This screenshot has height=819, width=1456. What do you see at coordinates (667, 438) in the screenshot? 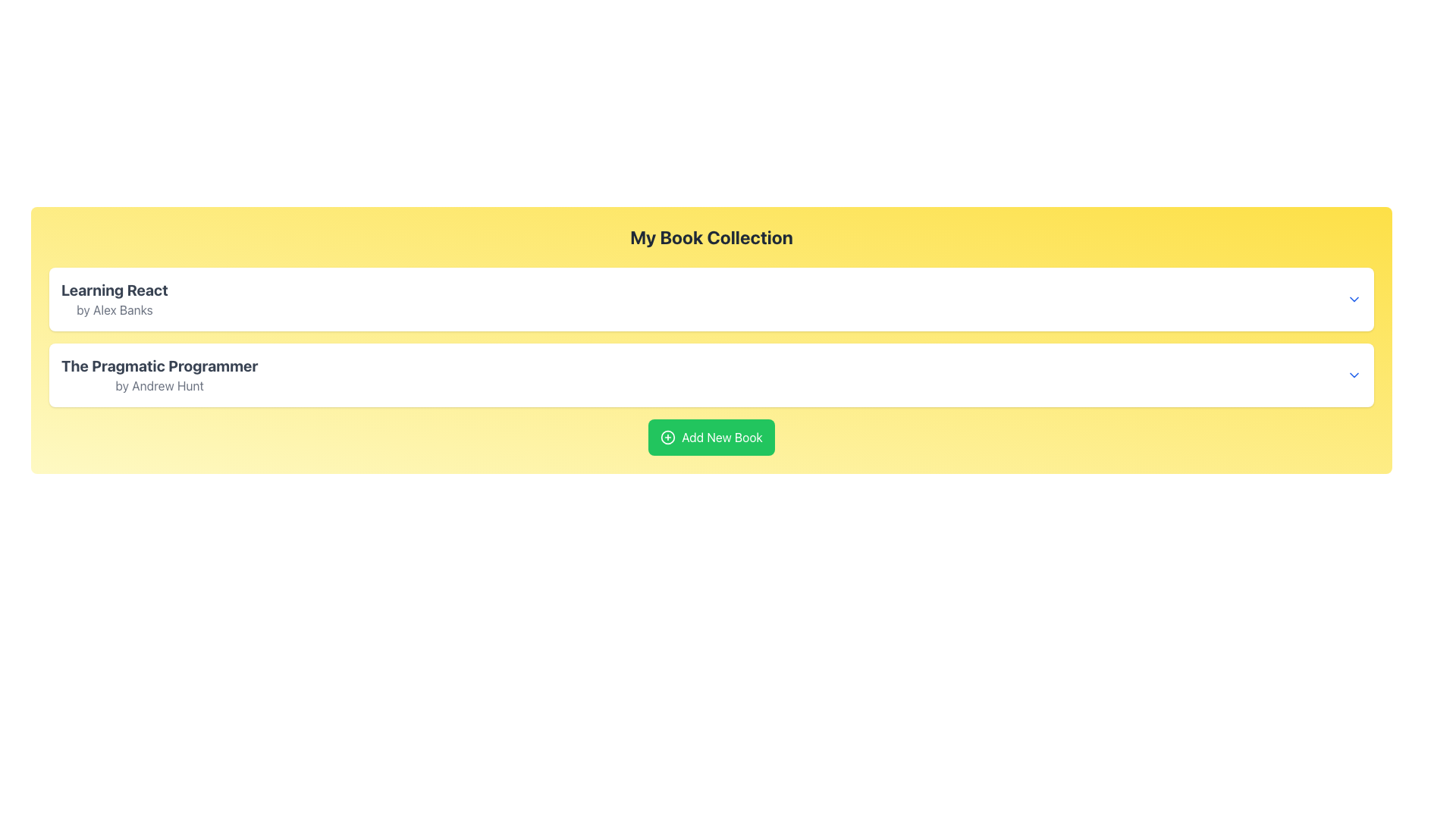
I see `the circular graphical element representing the action to add a new item, located at the bottom-center of the application interface, adjacent to the label 'Add New Book'` at bounding box center [667, 438].